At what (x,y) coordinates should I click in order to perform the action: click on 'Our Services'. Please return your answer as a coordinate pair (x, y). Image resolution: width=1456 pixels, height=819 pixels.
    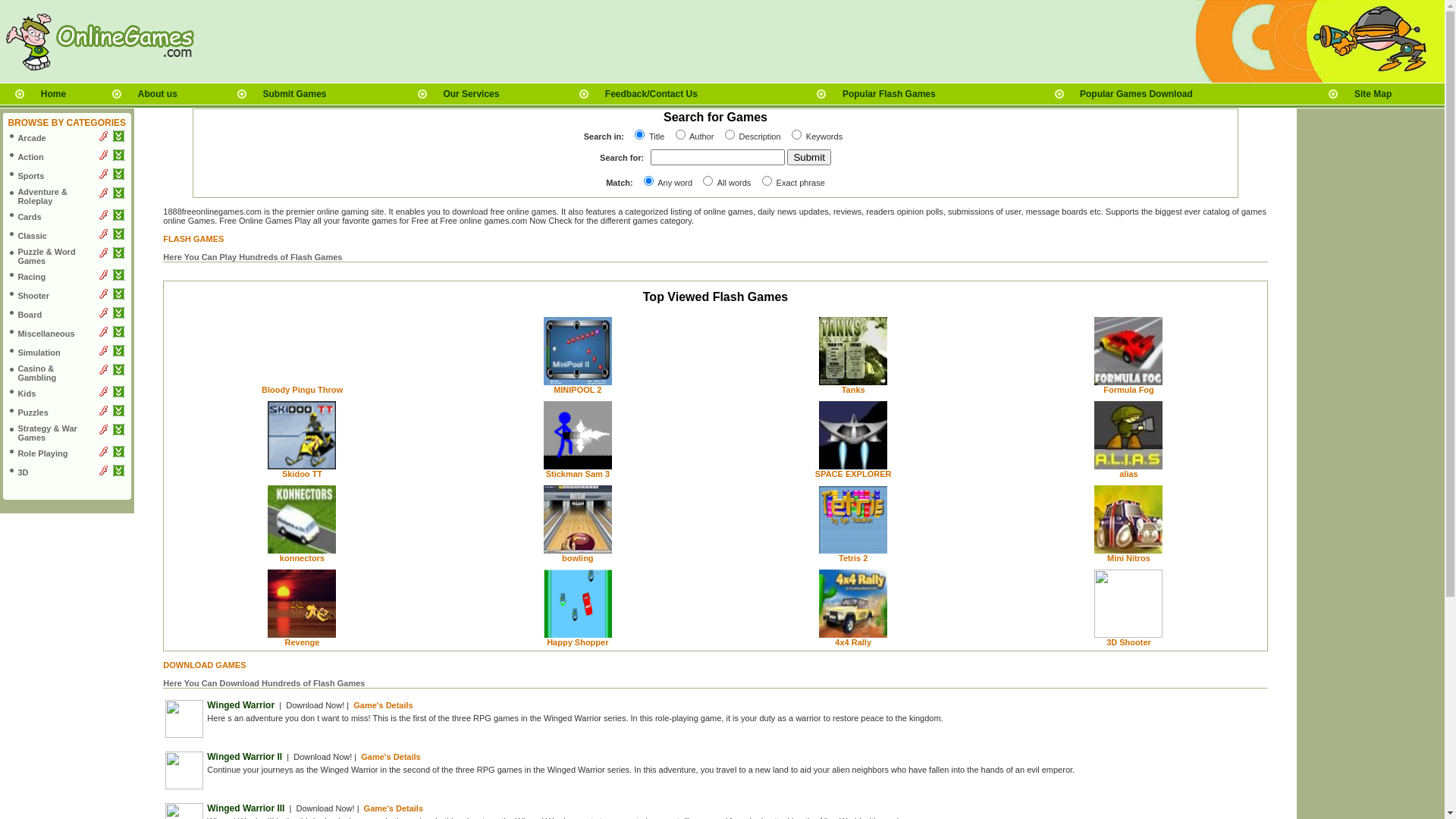
    Looking at the image, I should click on (469, 93).